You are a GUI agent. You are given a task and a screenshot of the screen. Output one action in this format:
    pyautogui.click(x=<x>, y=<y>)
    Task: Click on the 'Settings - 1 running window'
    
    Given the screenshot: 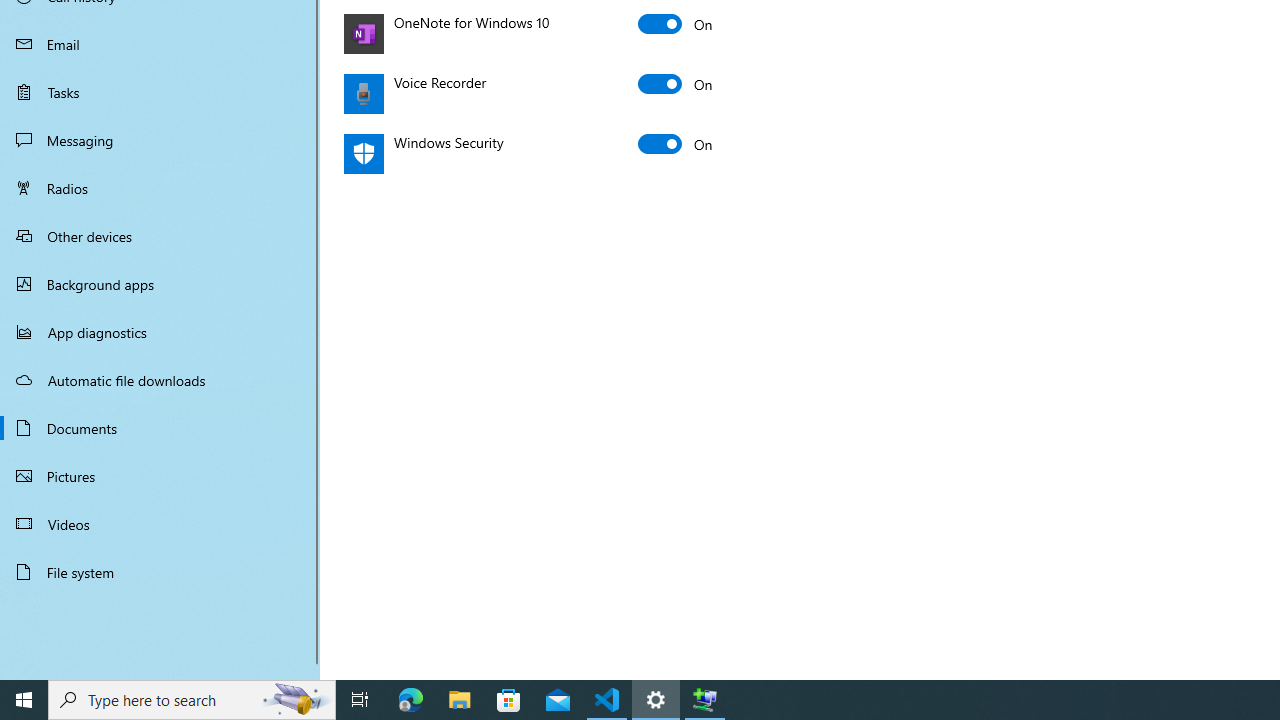 What is the action you would take?
    pyautogui.click(x=656, y=698)
    